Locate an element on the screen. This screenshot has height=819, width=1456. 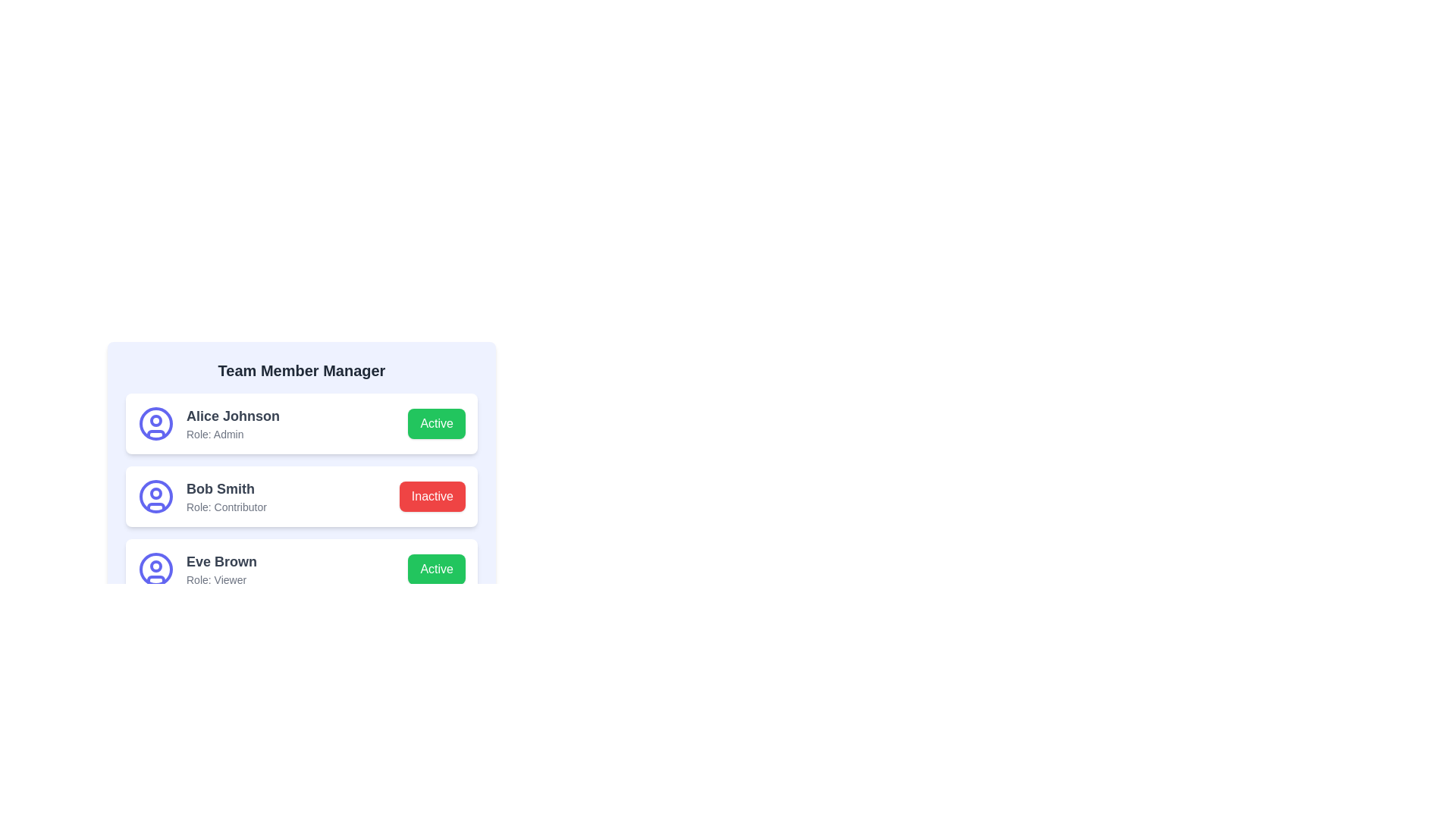
the profile icon representing the user 'Bob Smith' located on the left side of the row labeled 'Bob Smith' in the team member list is located at coordinates (156, 497).